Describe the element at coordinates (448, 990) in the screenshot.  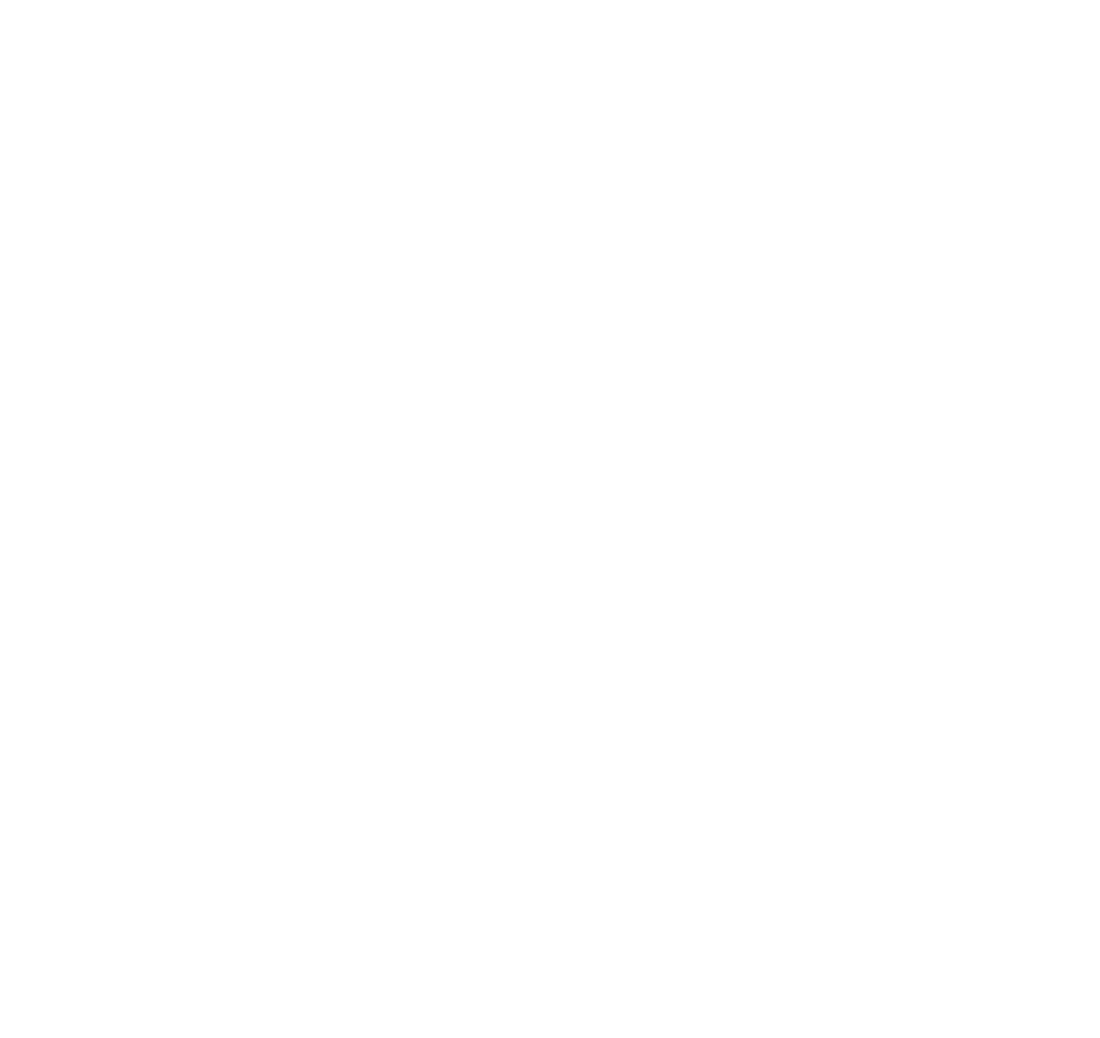
I see `'If you no longer wish to be contacted for marketing purposes, please let us know by sending an email to:'` at that location.